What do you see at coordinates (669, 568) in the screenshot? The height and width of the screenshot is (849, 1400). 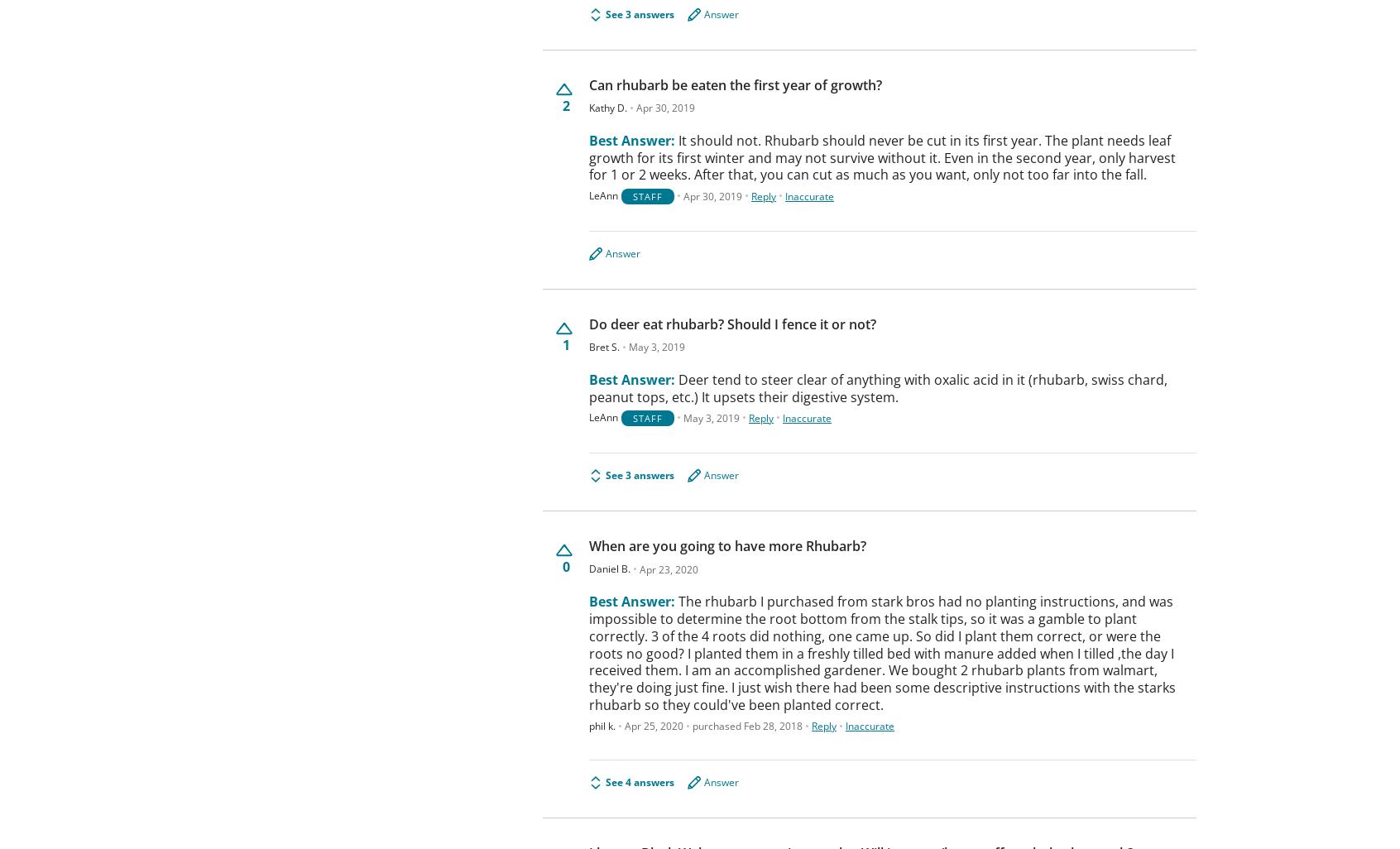 I see `'Apr 23, 2020'` at bounding box center [669, 568].